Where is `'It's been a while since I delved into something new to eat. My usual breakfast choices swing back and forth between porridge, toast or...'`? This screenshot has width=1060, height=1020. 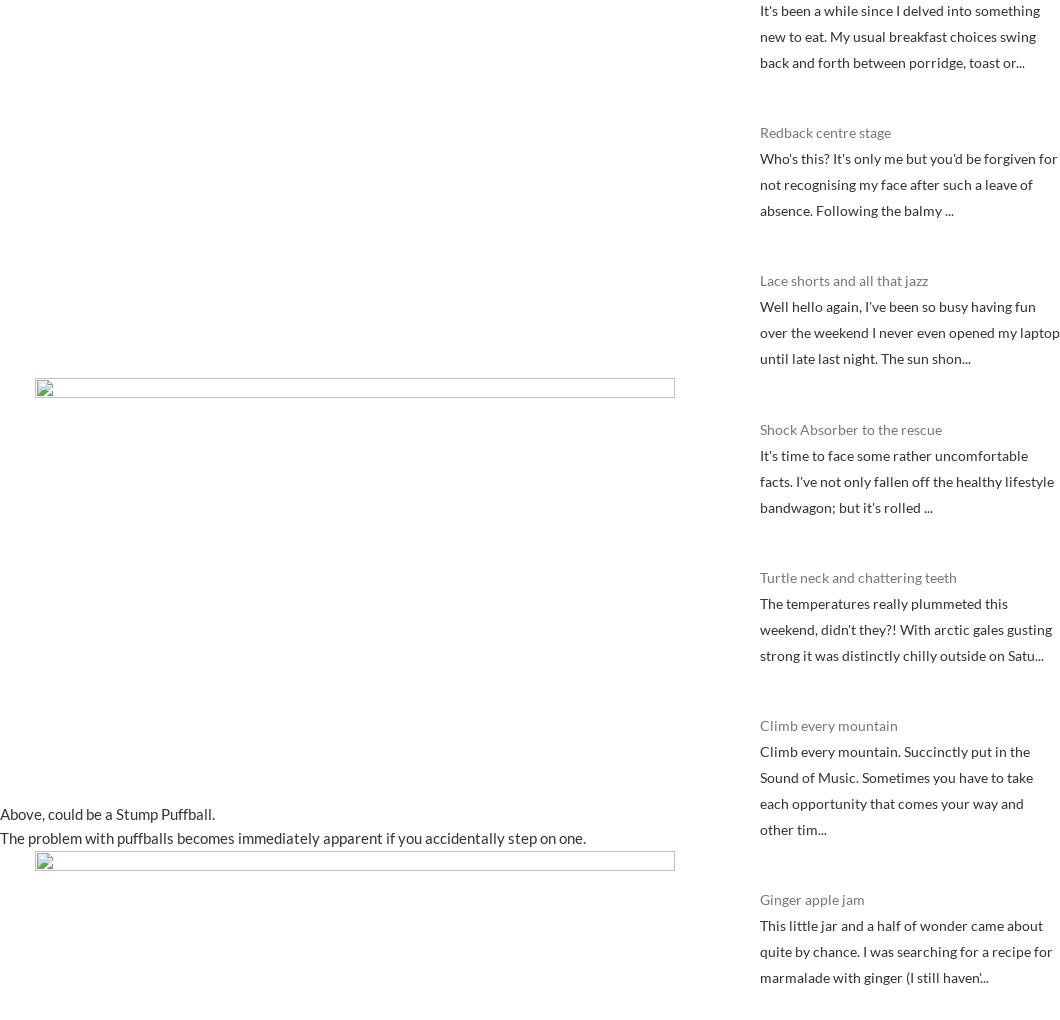
'It's been a while since I delved into something new to eat. My usual breakfast choices swing back and forth between porridge, toast or...' is located at coordinates (900, 34).